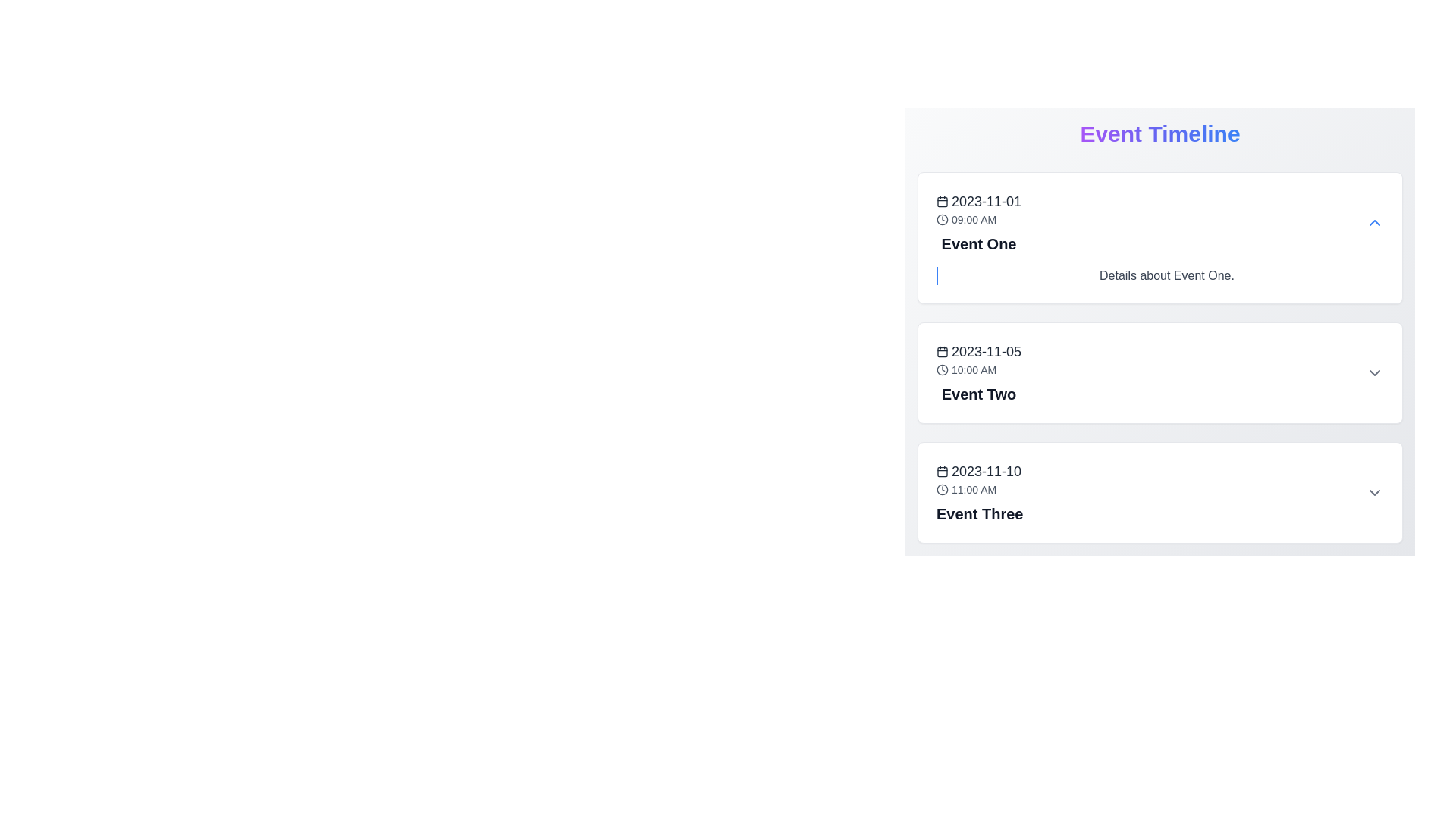 This screenshot has width=1456, height=819. Describe the element at coordinates (979, 243) in the screenshot. I see `the Text Label that serves as the title or identifier of the event, located in the first event section of the 'Event Timeline', positioned below the date and time ('2023-11-01' and '09:00 AM')` at that location.